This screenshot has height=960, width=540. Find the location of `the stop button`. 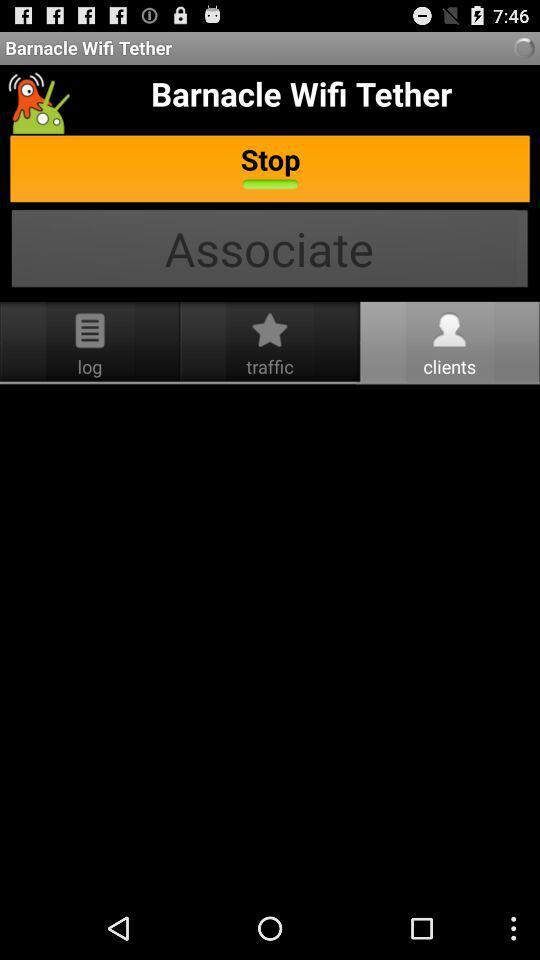

the stop button is located at coordinates (270, 169).